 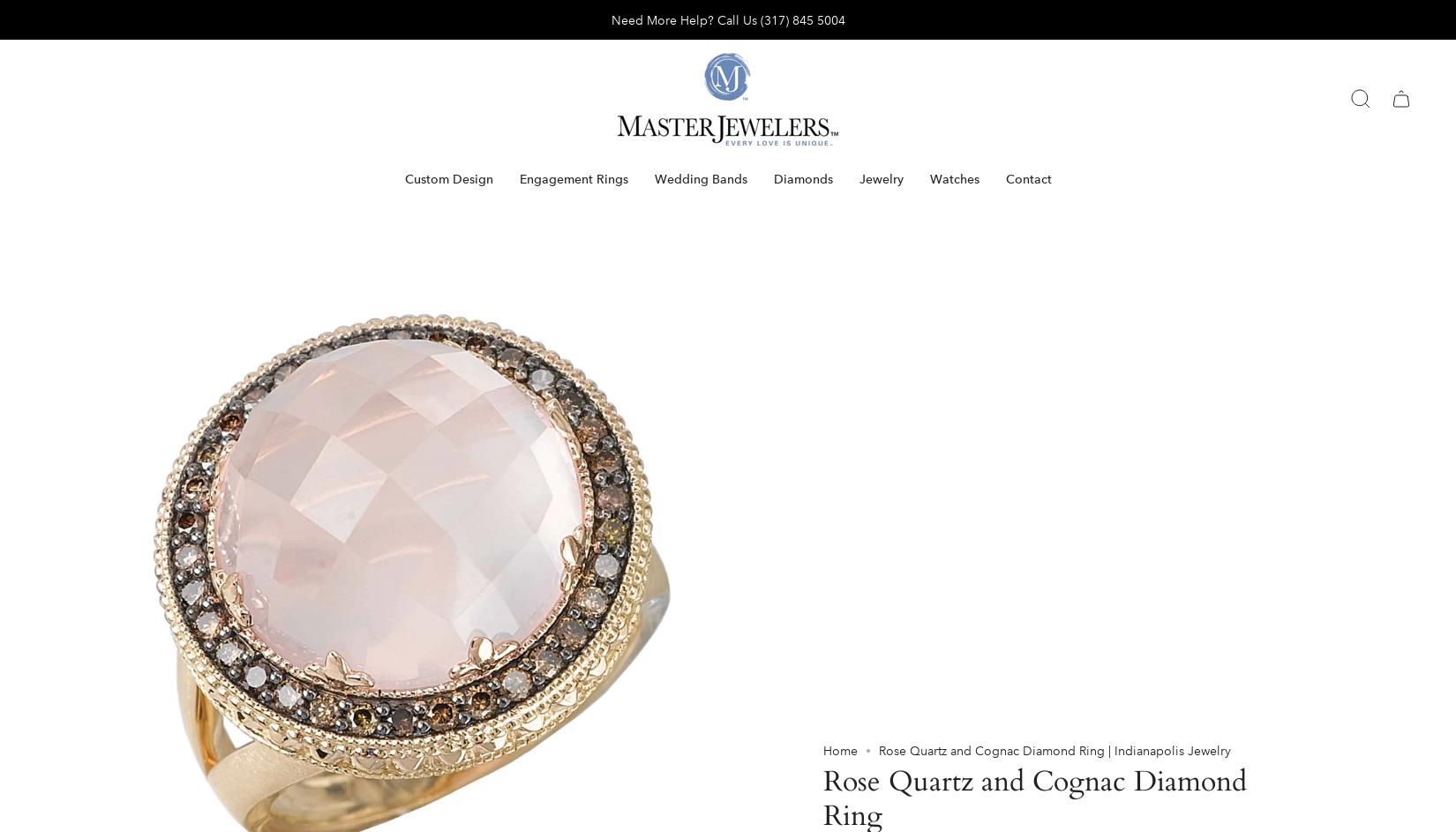 I want to click on 'Home', so click(x=840, y=34).